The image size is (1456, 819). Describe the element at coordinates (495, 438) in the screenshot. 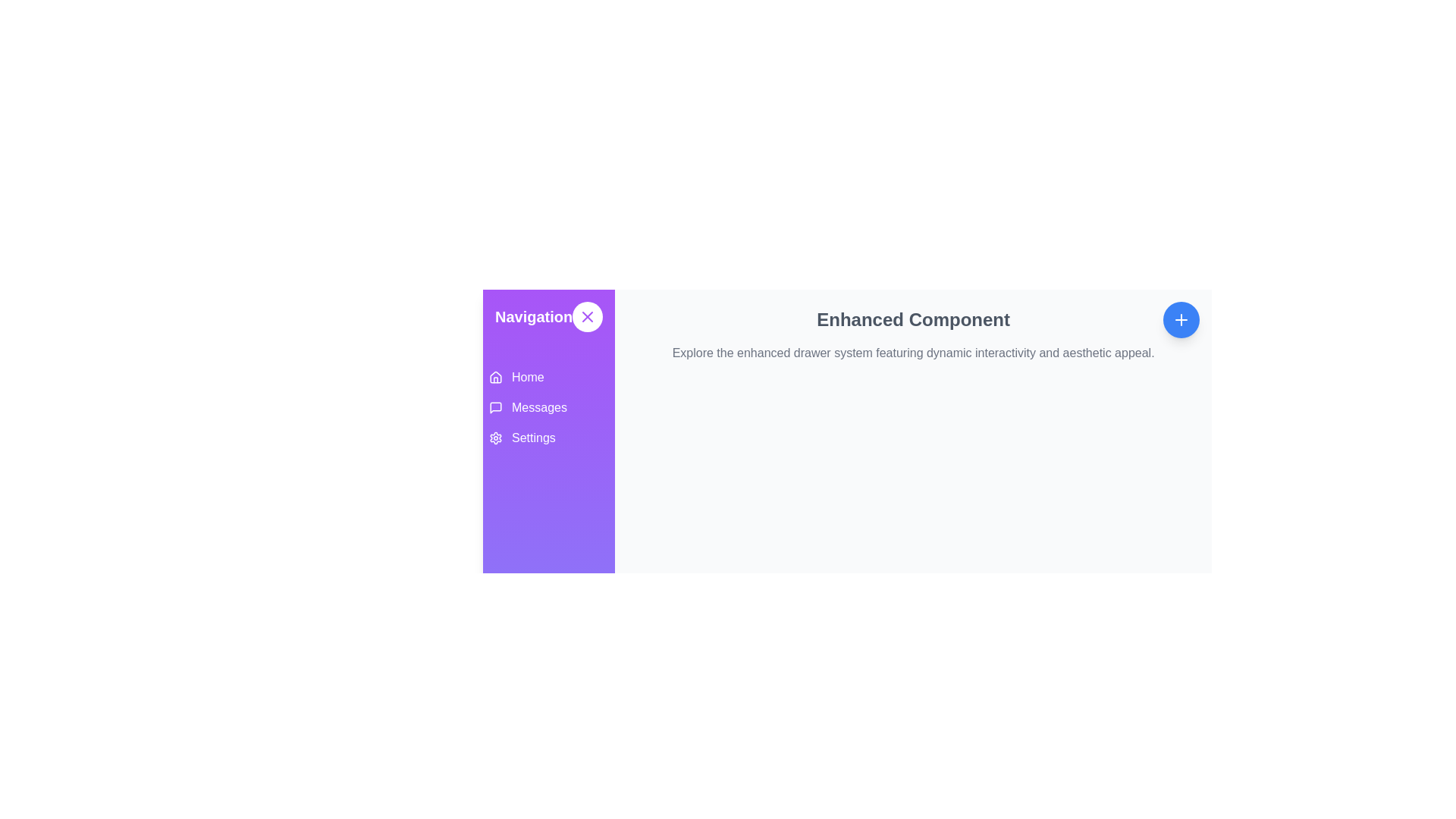

I see `the settings icon located in the vertical navigation panel on the left side of the interface` at that location.